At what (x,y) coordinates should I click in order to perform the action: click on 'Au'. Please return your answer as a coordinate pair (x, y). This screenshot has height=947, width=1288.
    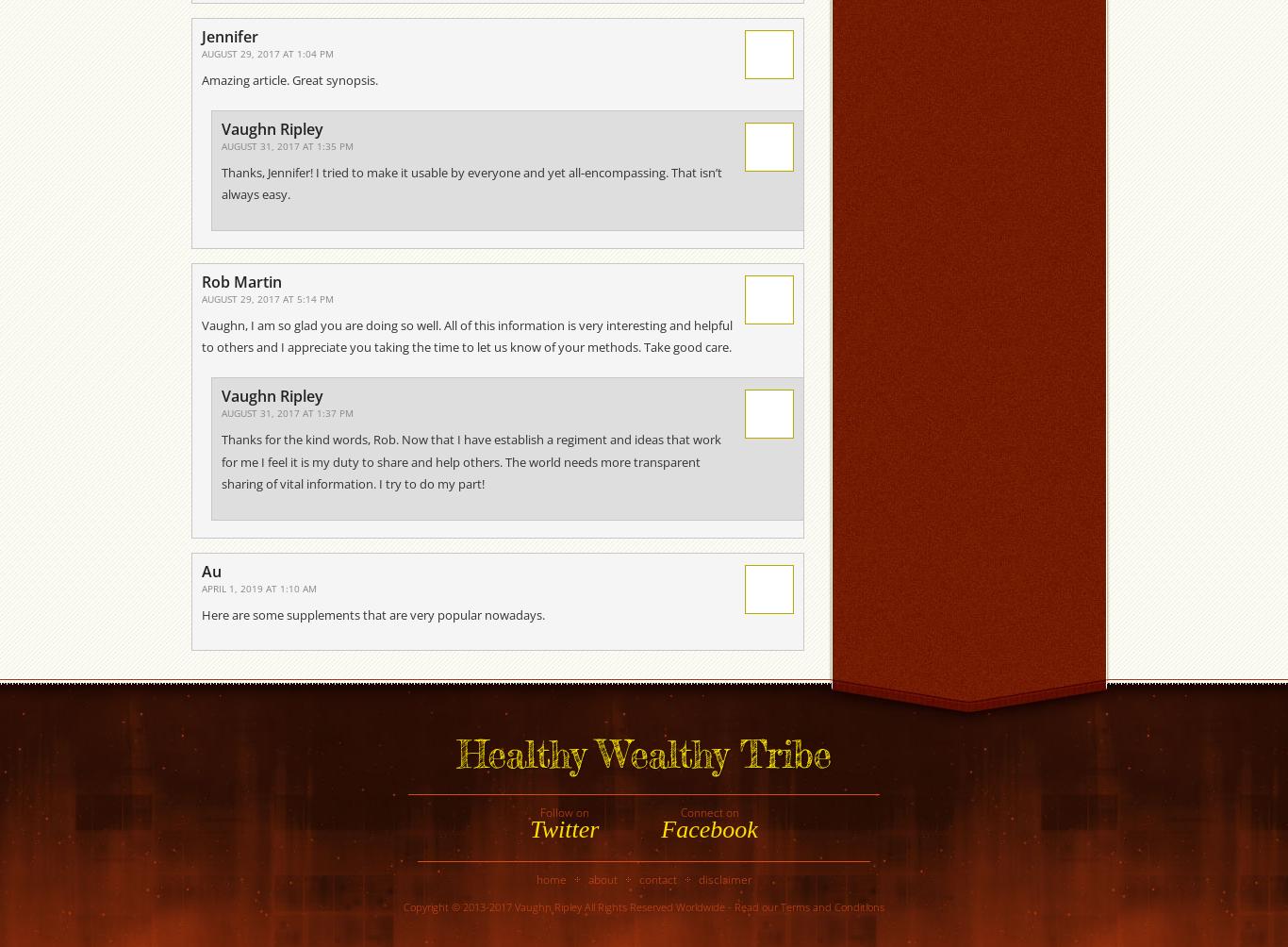
    Looking at the image, I should click on (210, 571).